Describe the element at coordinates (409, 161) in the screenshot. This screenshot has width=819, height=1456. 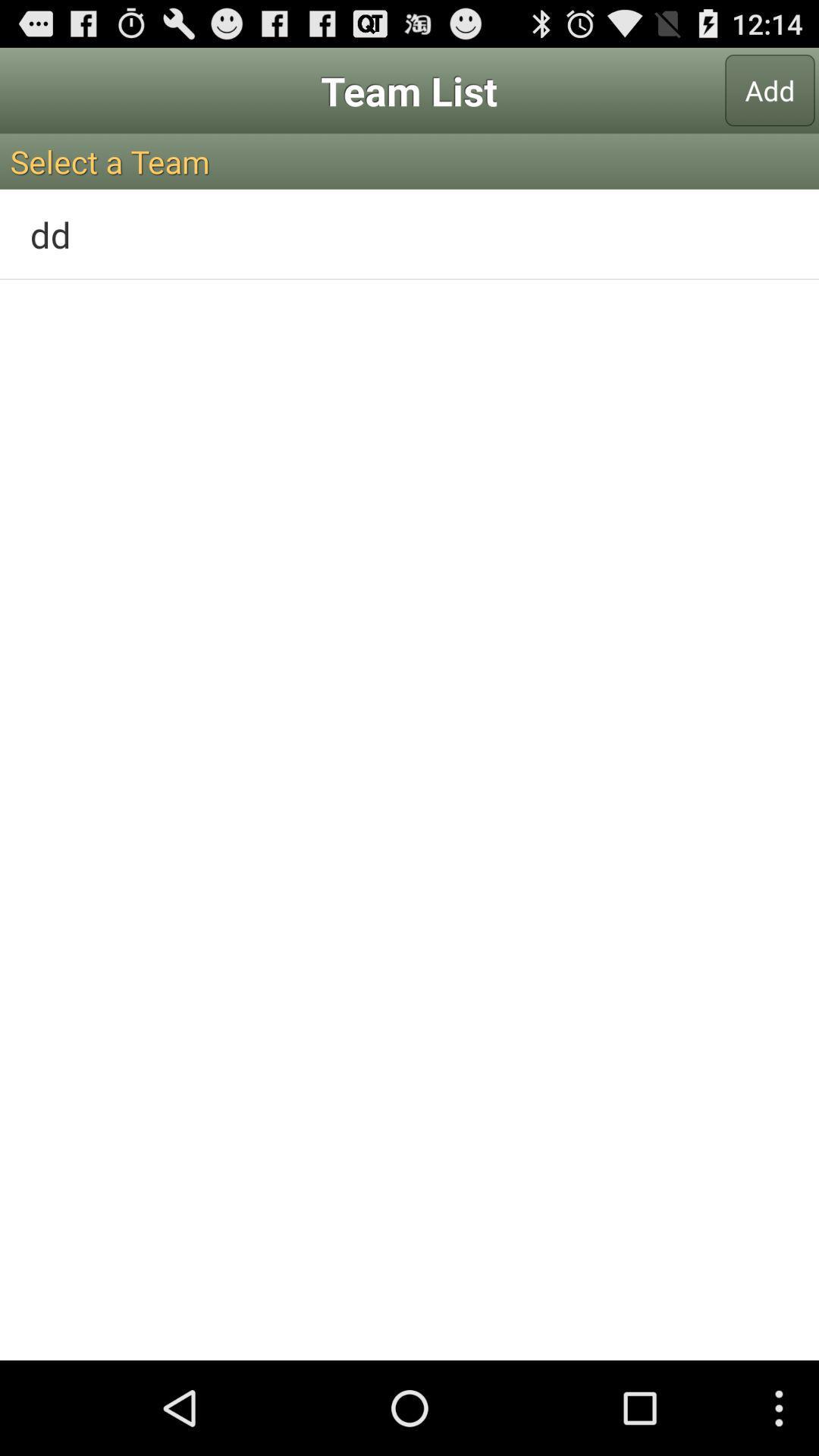
I see `the icon below add button` at that location.